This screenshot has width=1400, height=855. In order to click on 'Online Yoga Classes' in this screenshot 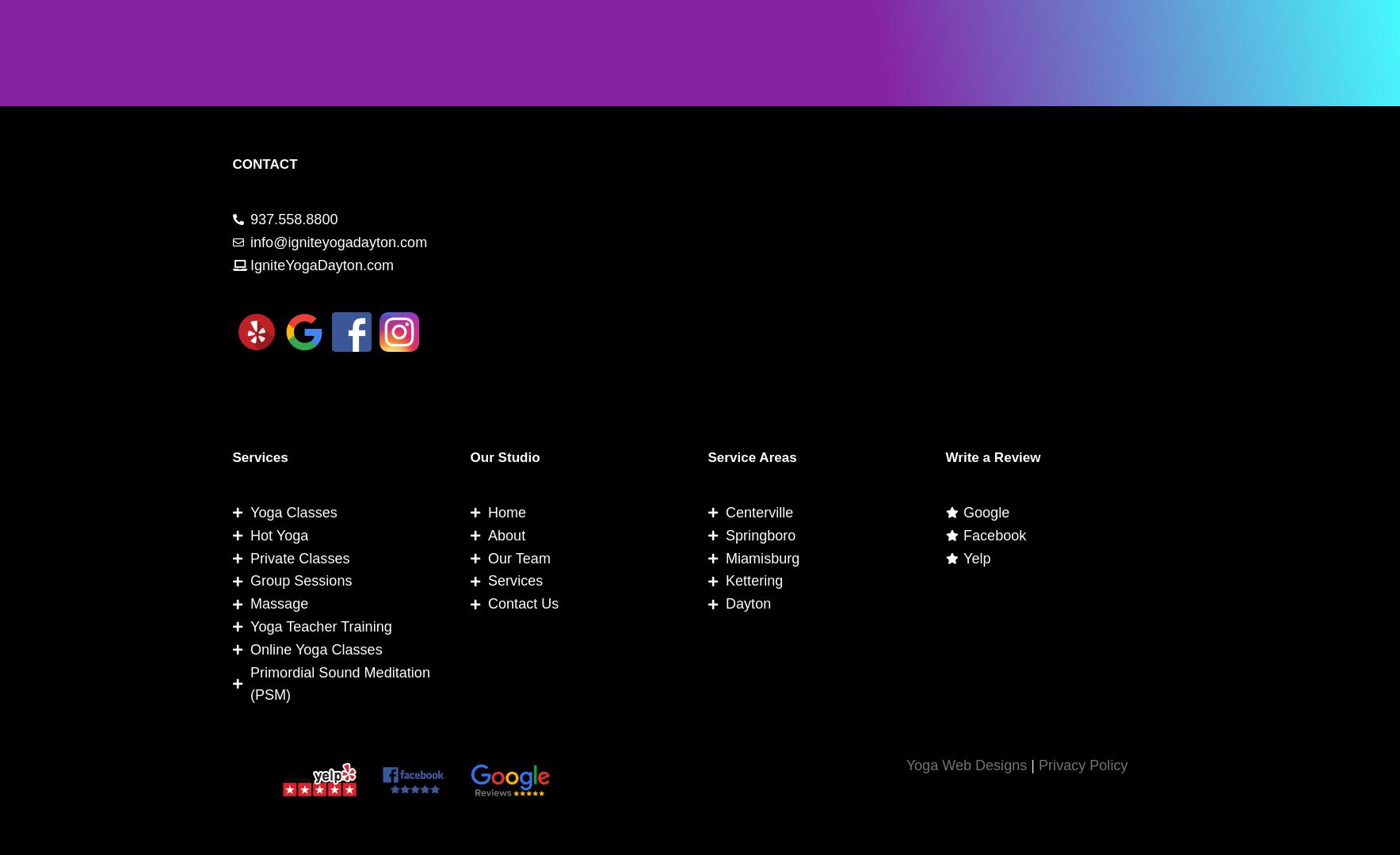, I will do `click(315, 647)`.